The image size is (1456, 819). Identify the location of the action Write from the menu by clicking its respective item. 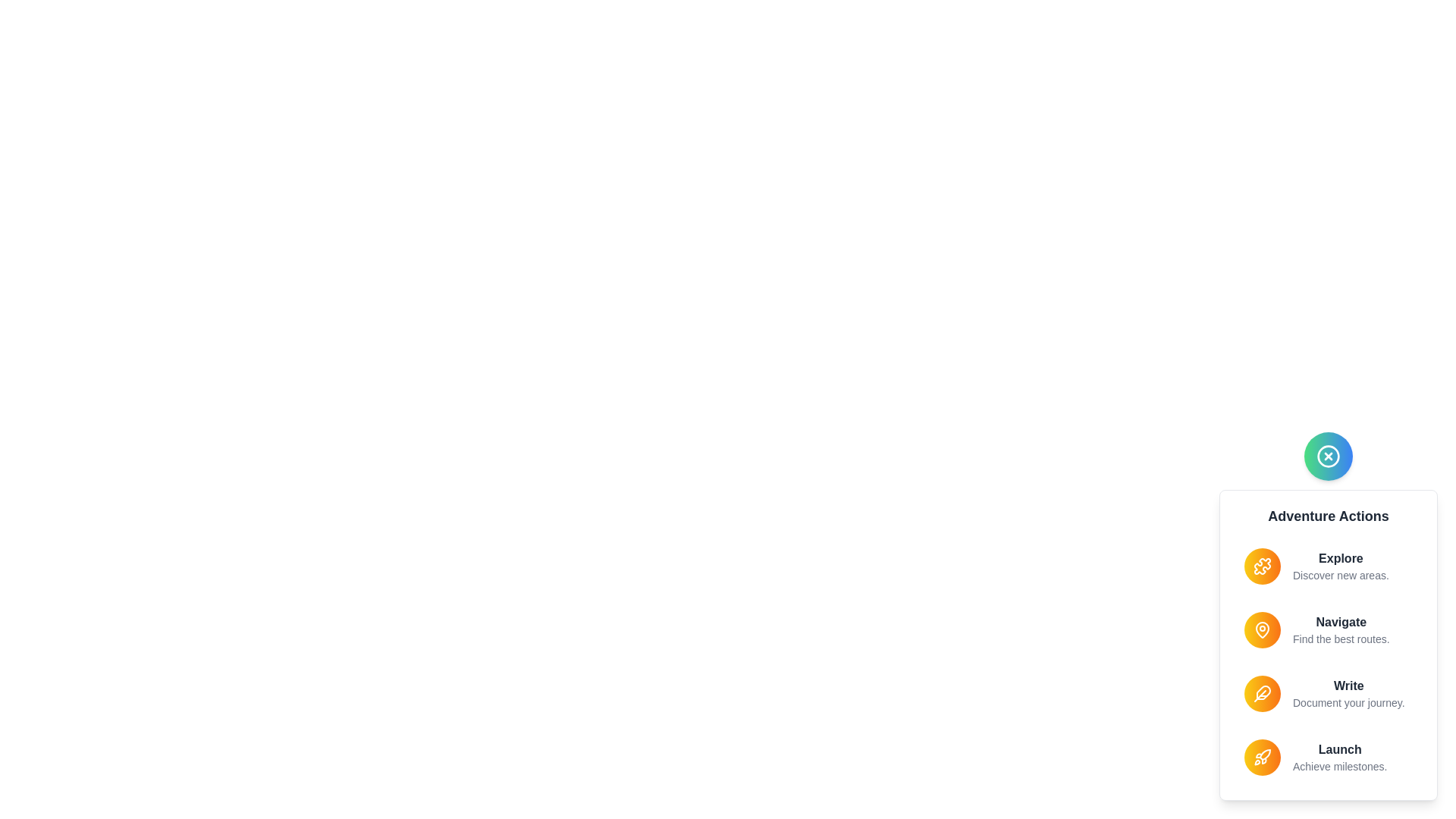
(1328, 693).